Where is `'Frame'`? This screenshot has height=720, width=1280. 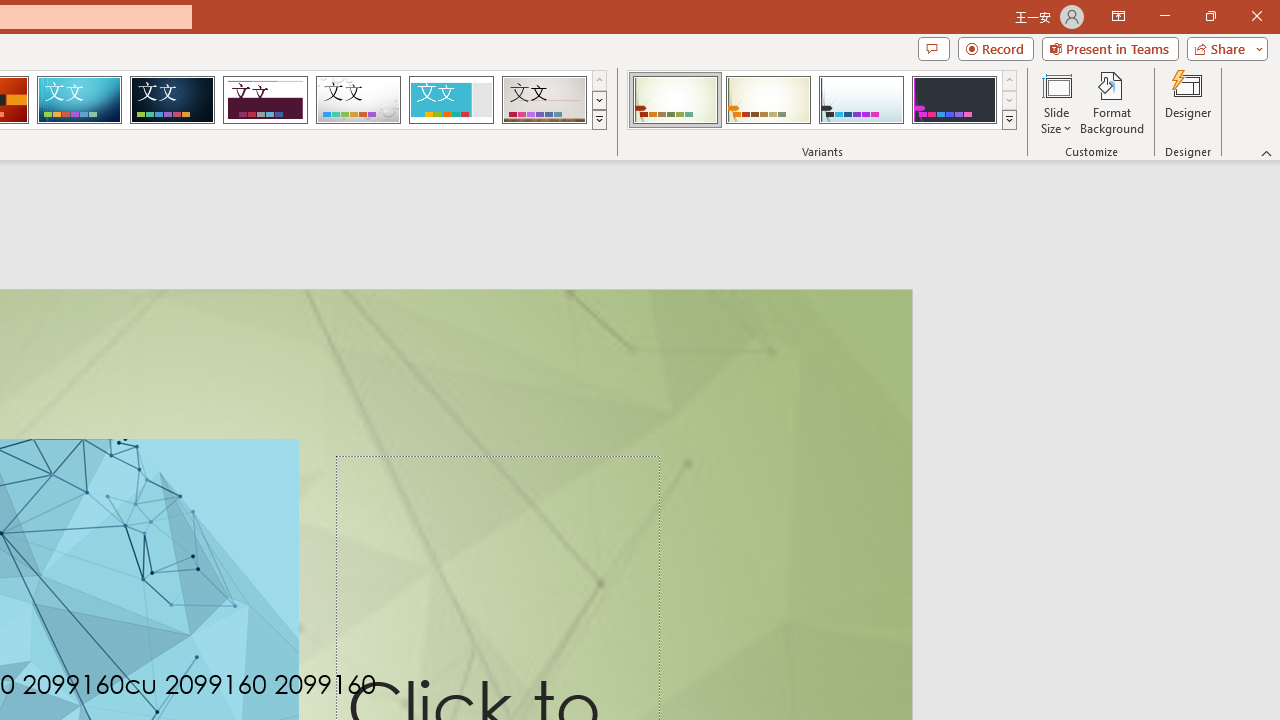 'Frame' is located at coordinates (450, 100).